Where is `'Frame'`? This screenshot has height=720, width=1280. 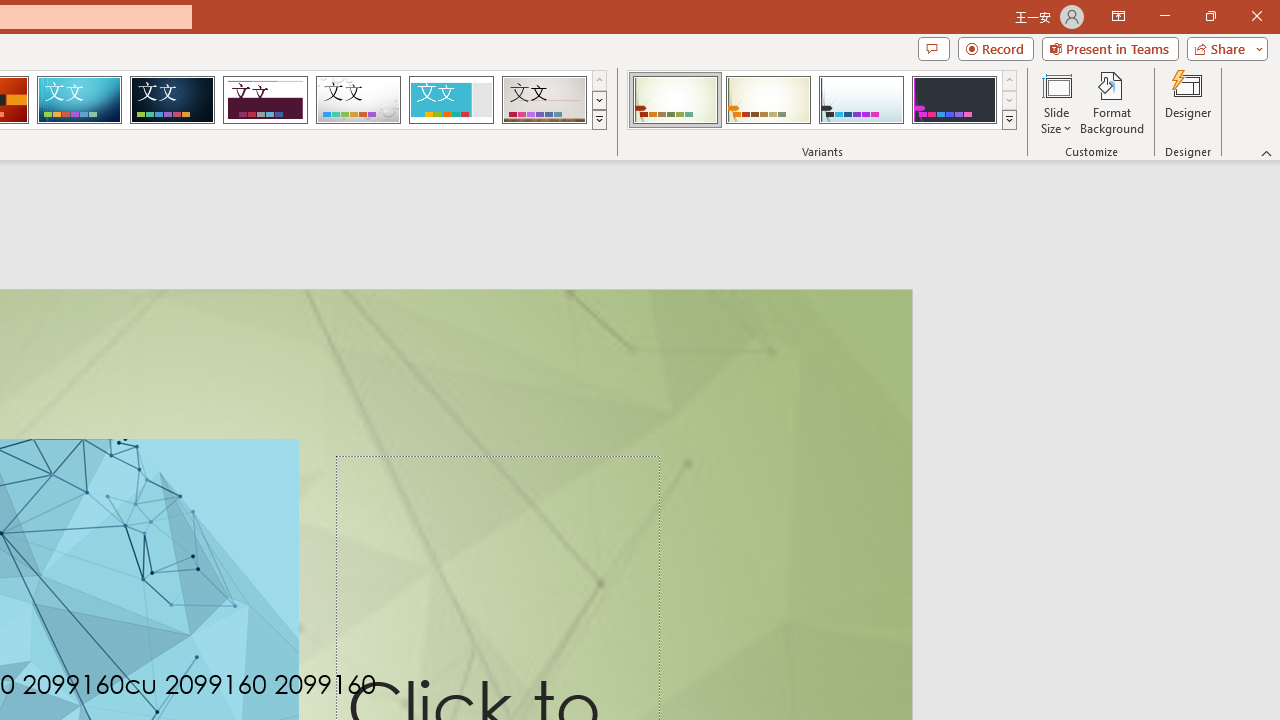 'Frame' is located at coordinates (450, 100).